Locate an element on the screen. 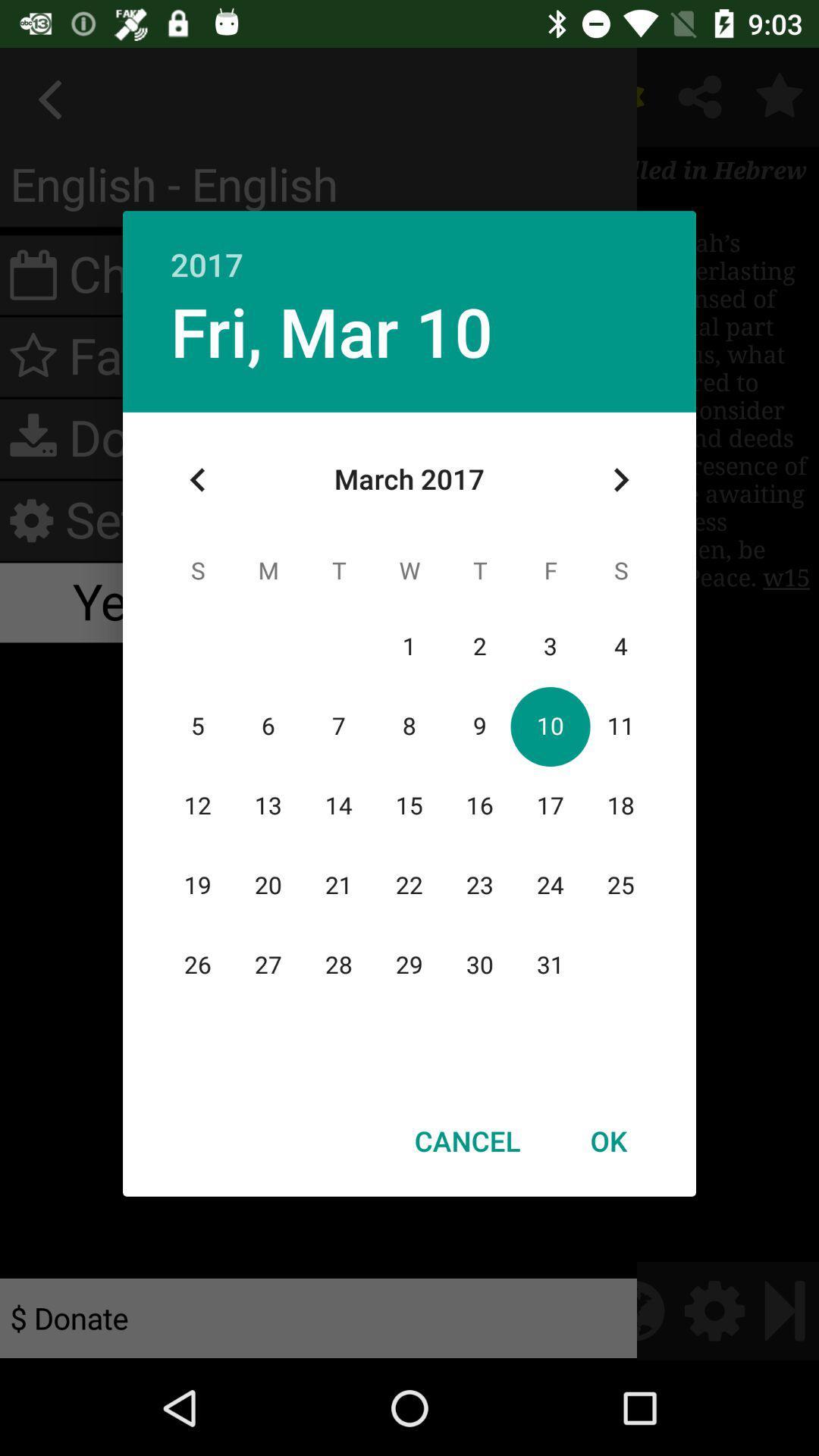 The width and height of the screenshot is (819, 1456). item below the 2017 icon is located at coordinates (331, 330).